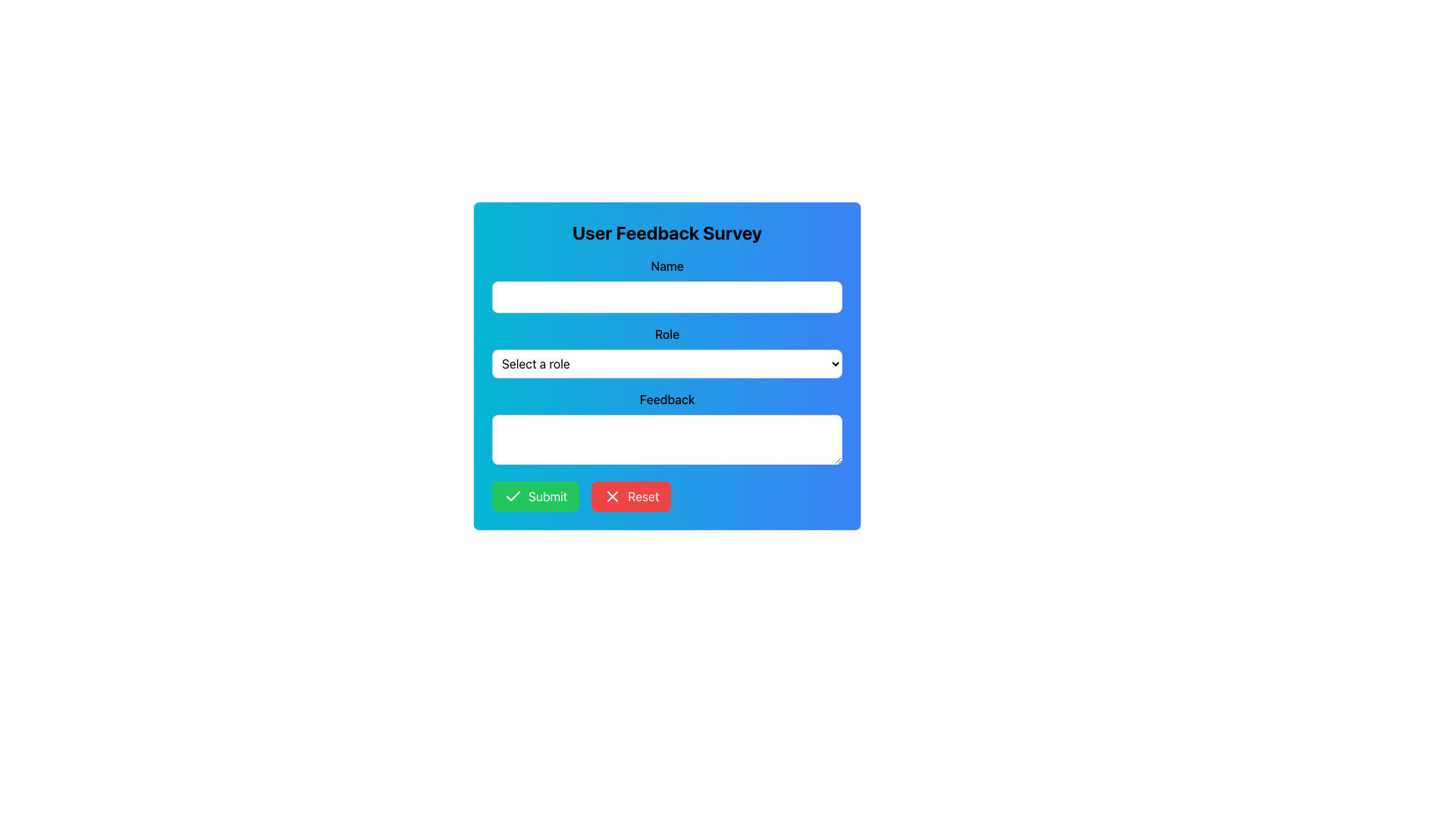 This screenshot has width=1456, height=819. I want to click on the submit button located at the bottom-left corner of the form, next to the 'Reset' button with a red background, so click(535, 497).